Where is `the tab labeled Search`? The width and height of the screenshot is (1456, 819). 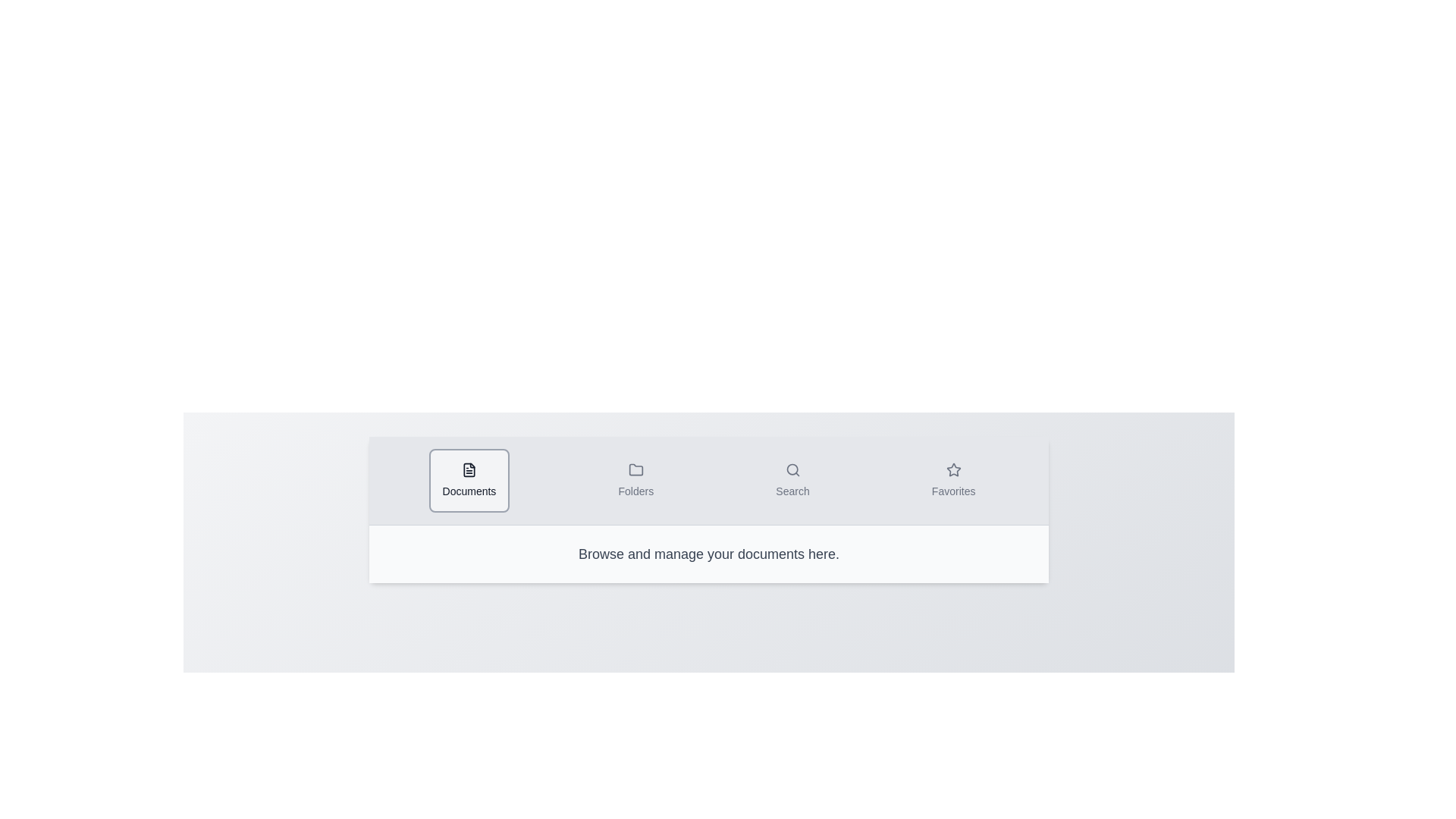 the tab labeled Search is located at coordinates (792, 480).